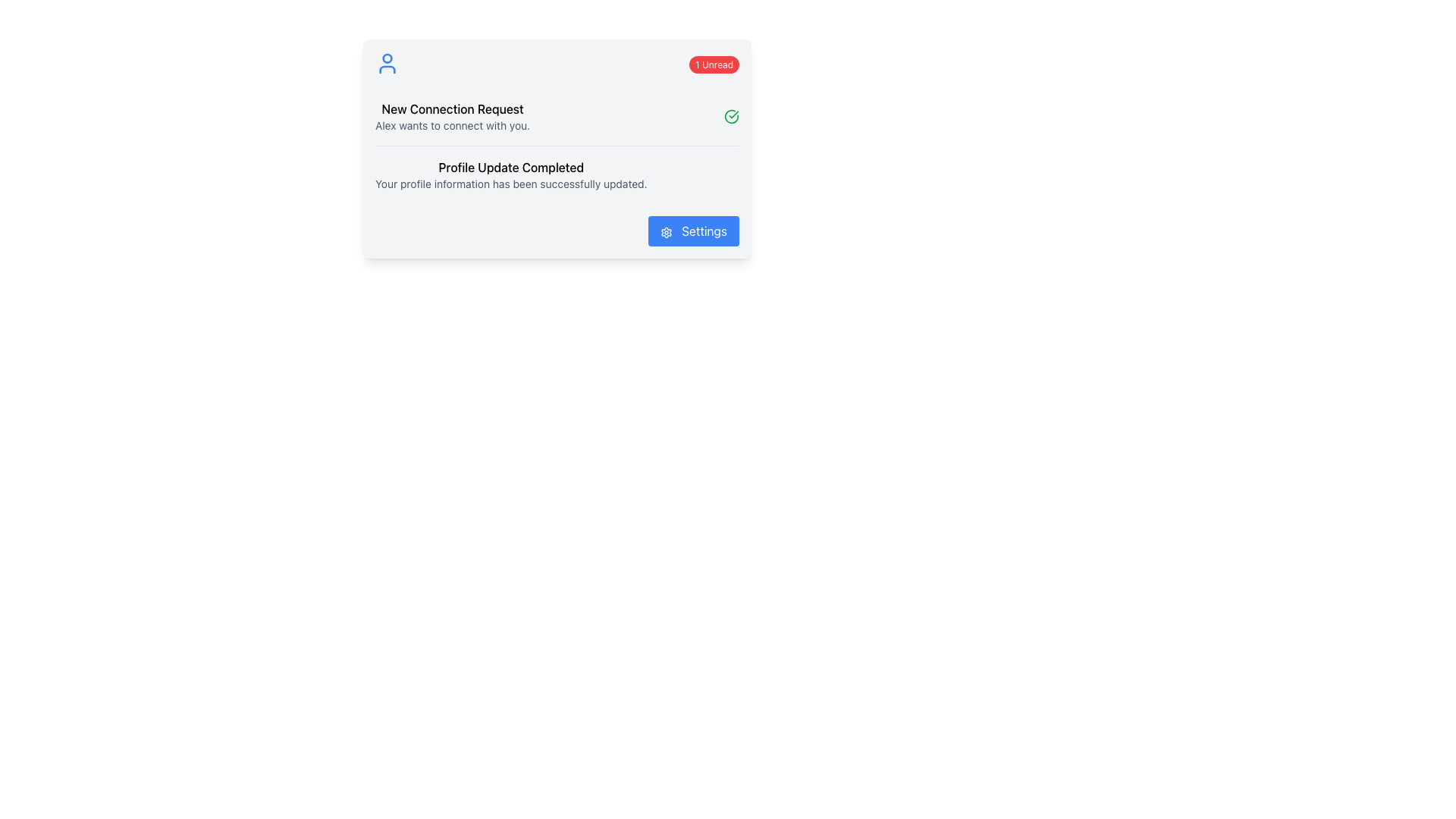 The image size is (1456, 819). I want to click on the notification title indicating successful profile update, positioned below 'New Connection Request' and above 'Your profile information has been successfully updated.', so click(511, 167).